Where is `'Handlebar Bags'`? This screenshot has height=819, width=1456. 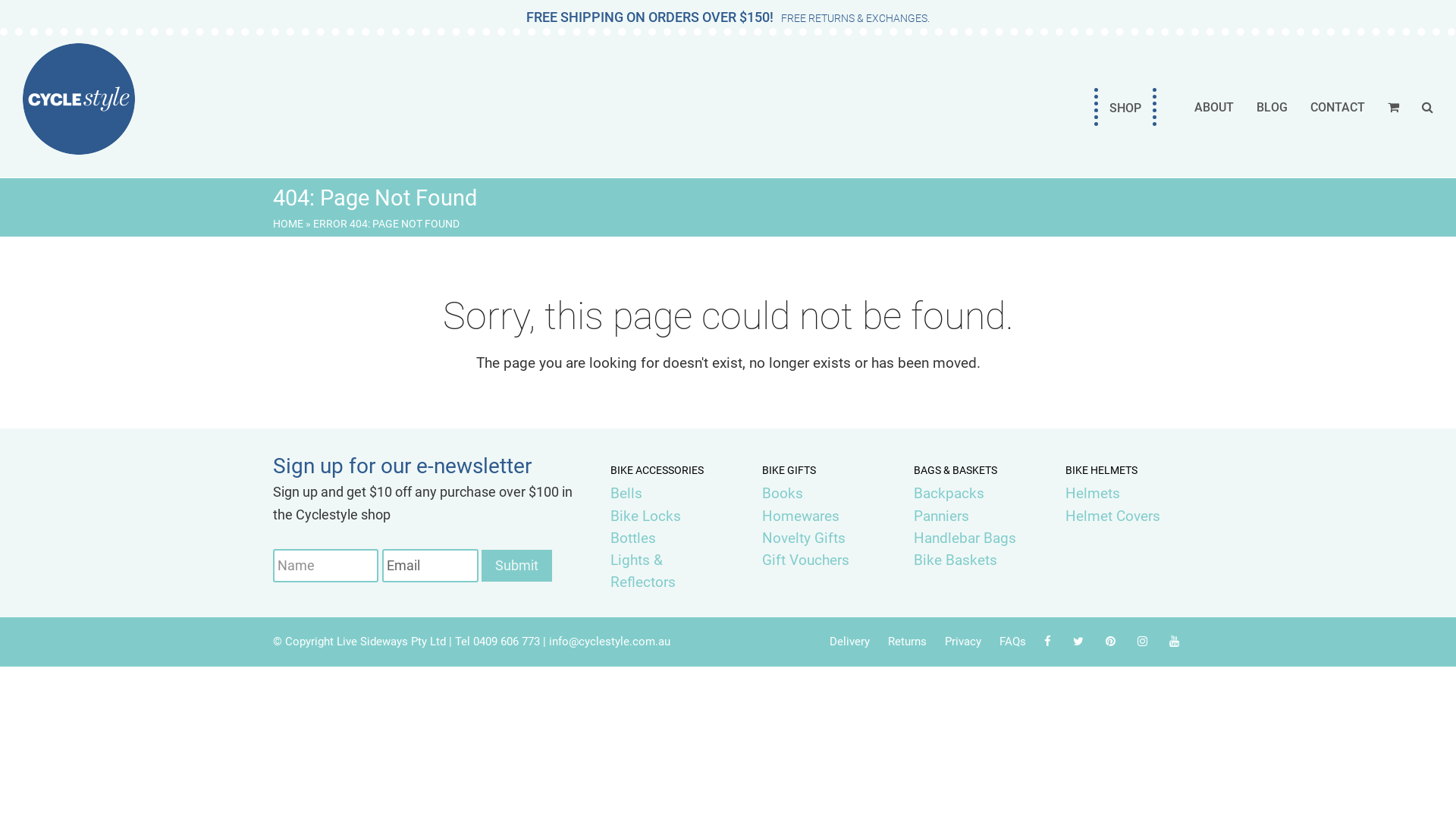 'Handlebar Bags' is located at coordinates (964, 537).